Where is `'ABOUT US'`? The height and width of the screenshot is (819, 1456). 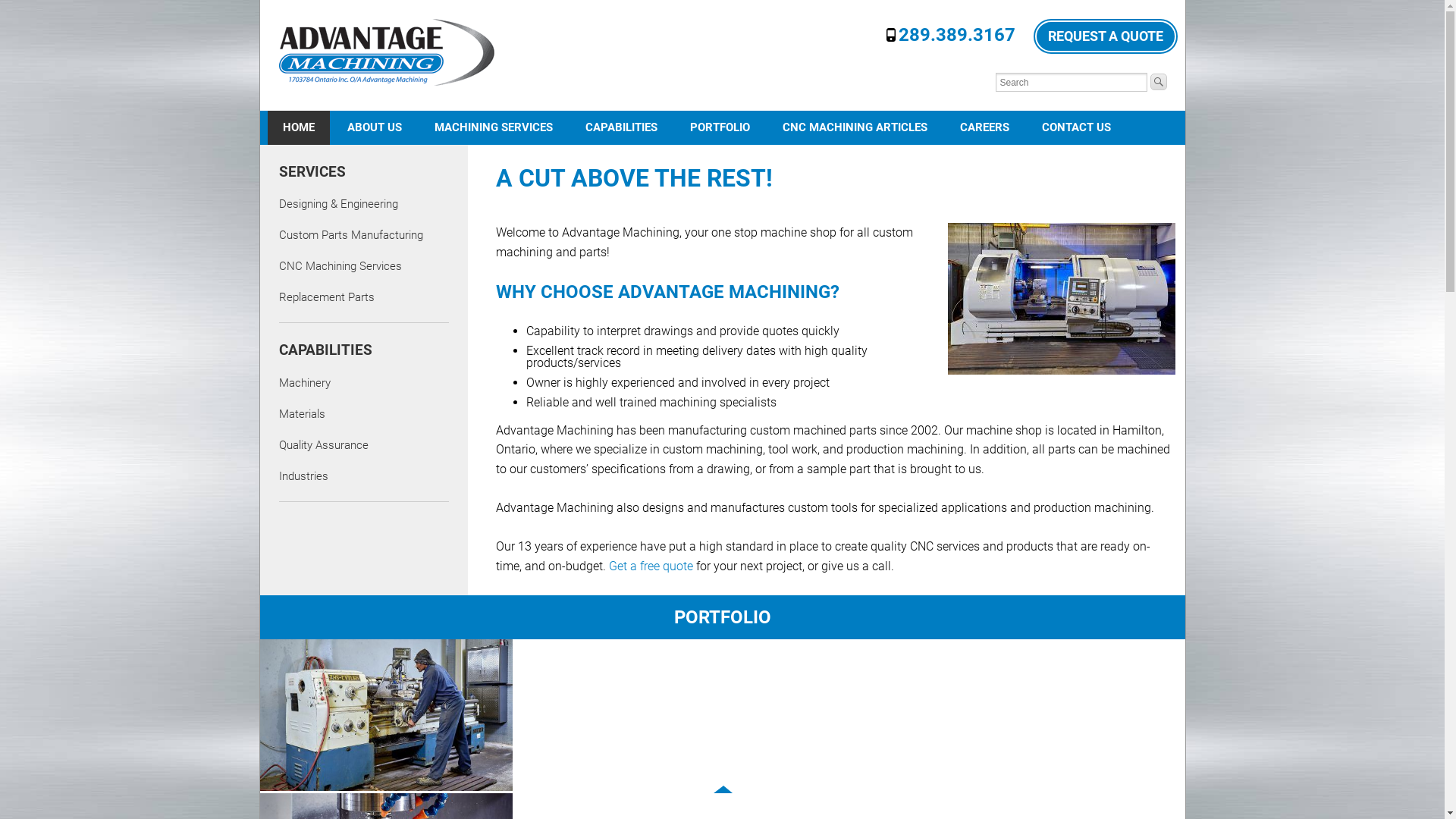 'ABOUT US' is located at coordinates (375, 127).